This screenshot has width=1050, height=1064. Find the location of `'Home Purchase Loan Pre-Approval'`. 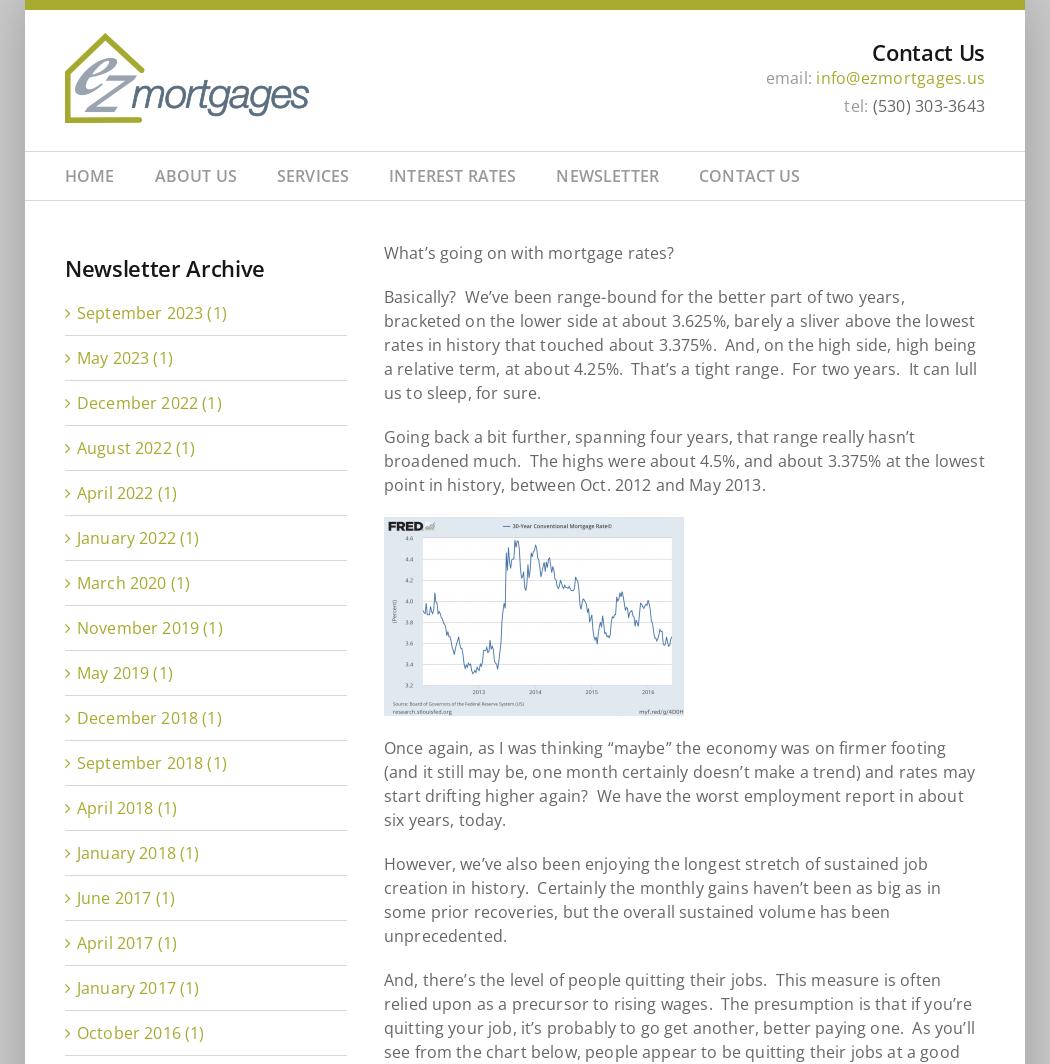

'Home Purchase Loan Pre-Approval' is located at coordinates (294, 499).